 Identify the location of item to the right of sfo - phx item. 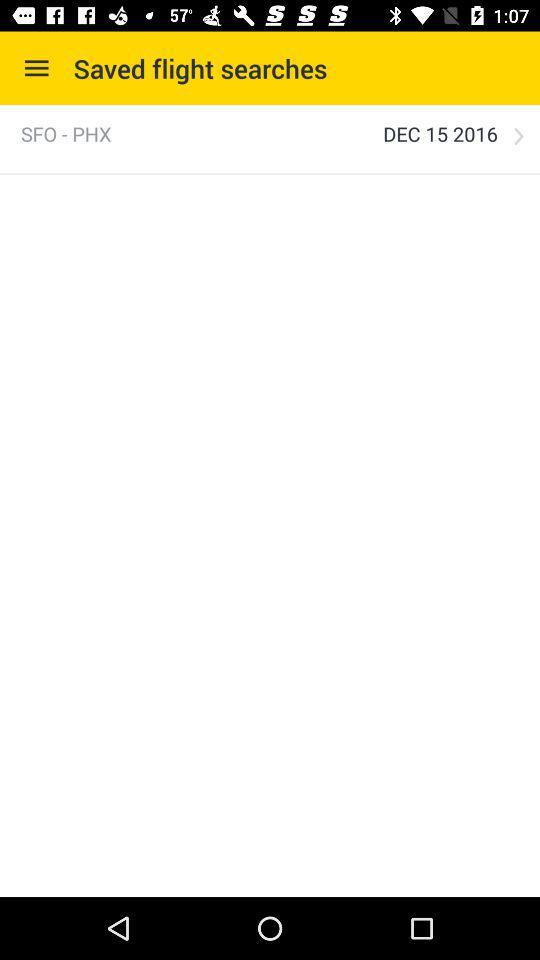
(440, 133).